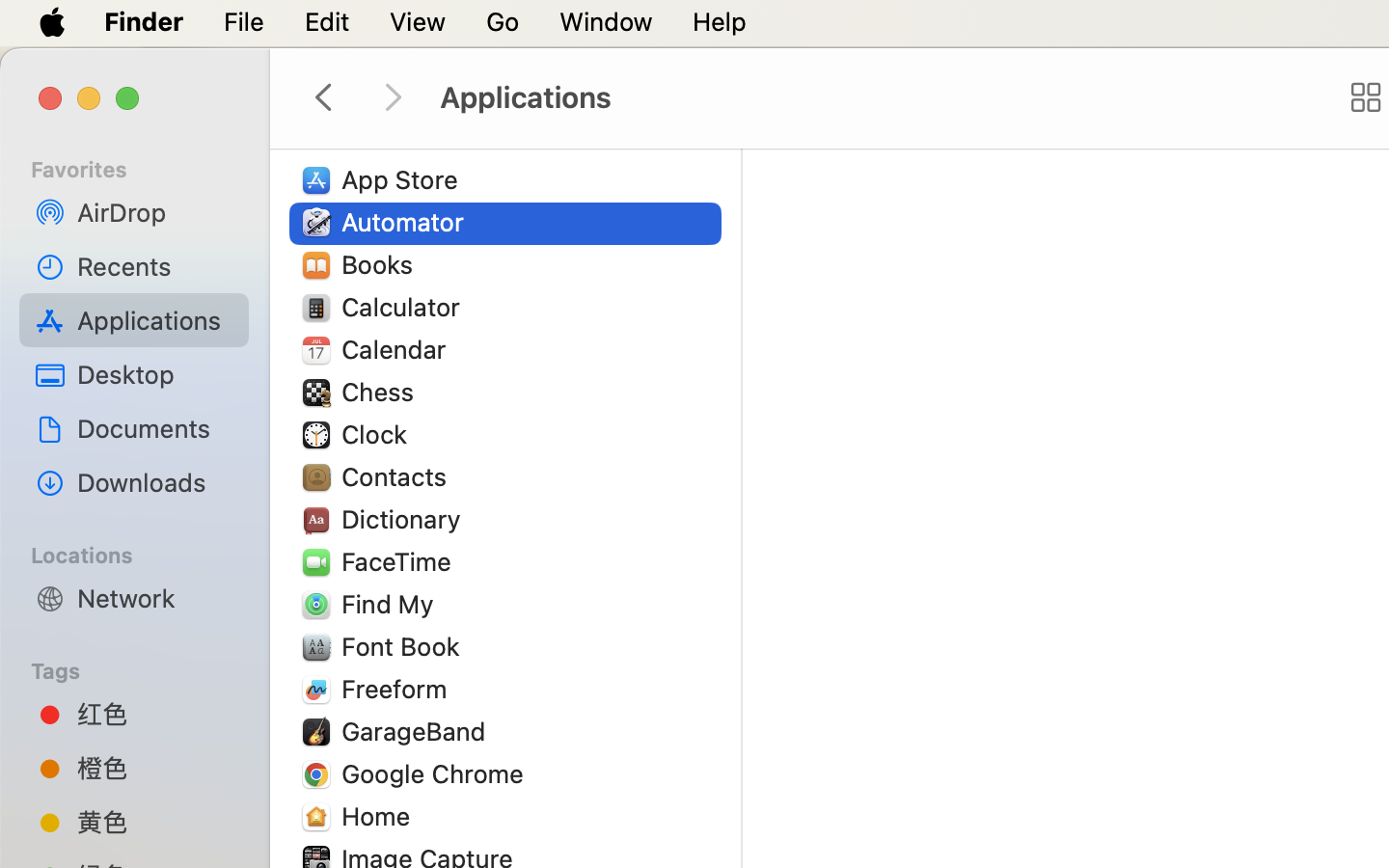 This screenshot has height=868, width=1389. Describe the element at coordinates (145, 667) in the screenshot. I see `'Tags'` at that location.